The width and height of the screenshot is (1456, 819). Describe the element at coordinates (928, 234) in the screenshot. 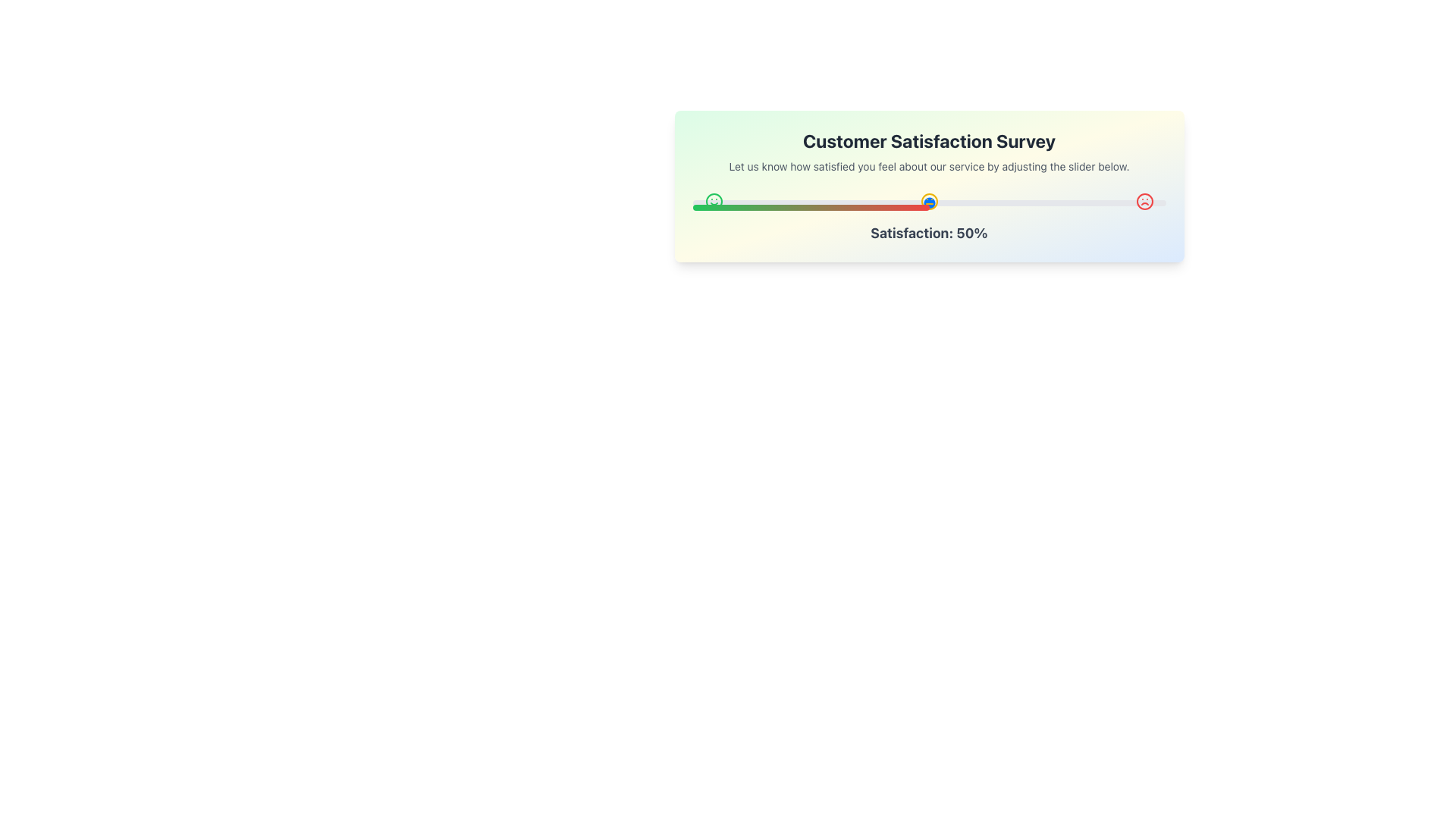

I see `the slider above` at that location.